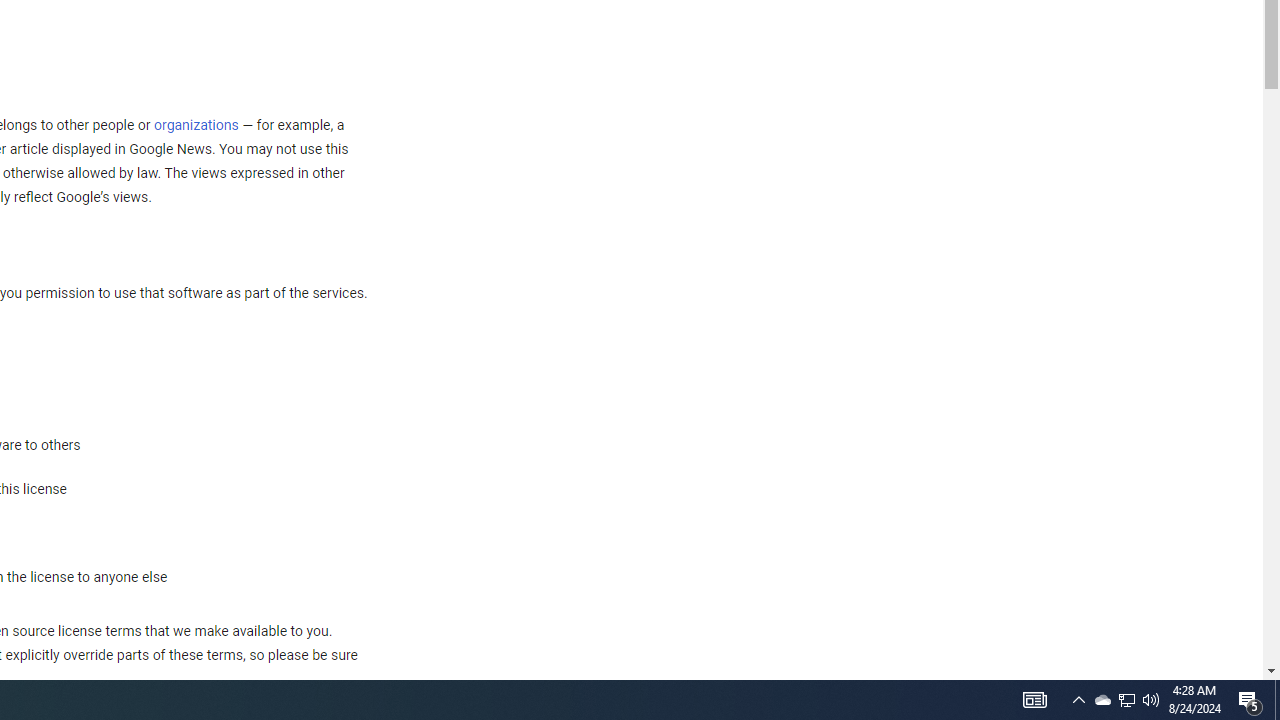 Image resolution: width=1280 pixels, height=720 pixels. What do you see at coordinates (196, 125) in the screenshot?
I see `'organizations'` at bounding box center [196, 125].